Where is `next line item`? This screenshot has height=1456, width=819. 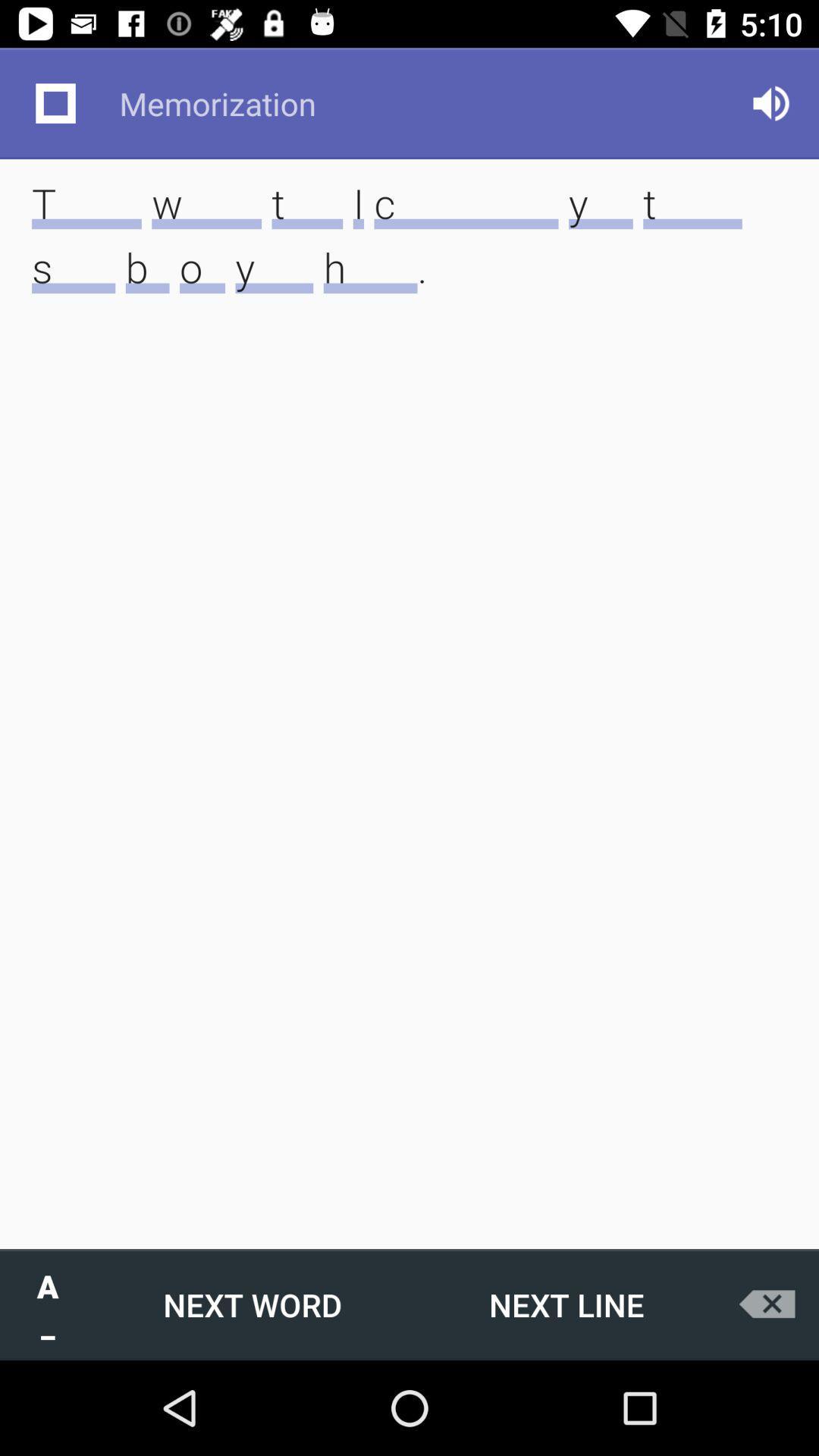
next line item is located at coordinates (566, 1304).